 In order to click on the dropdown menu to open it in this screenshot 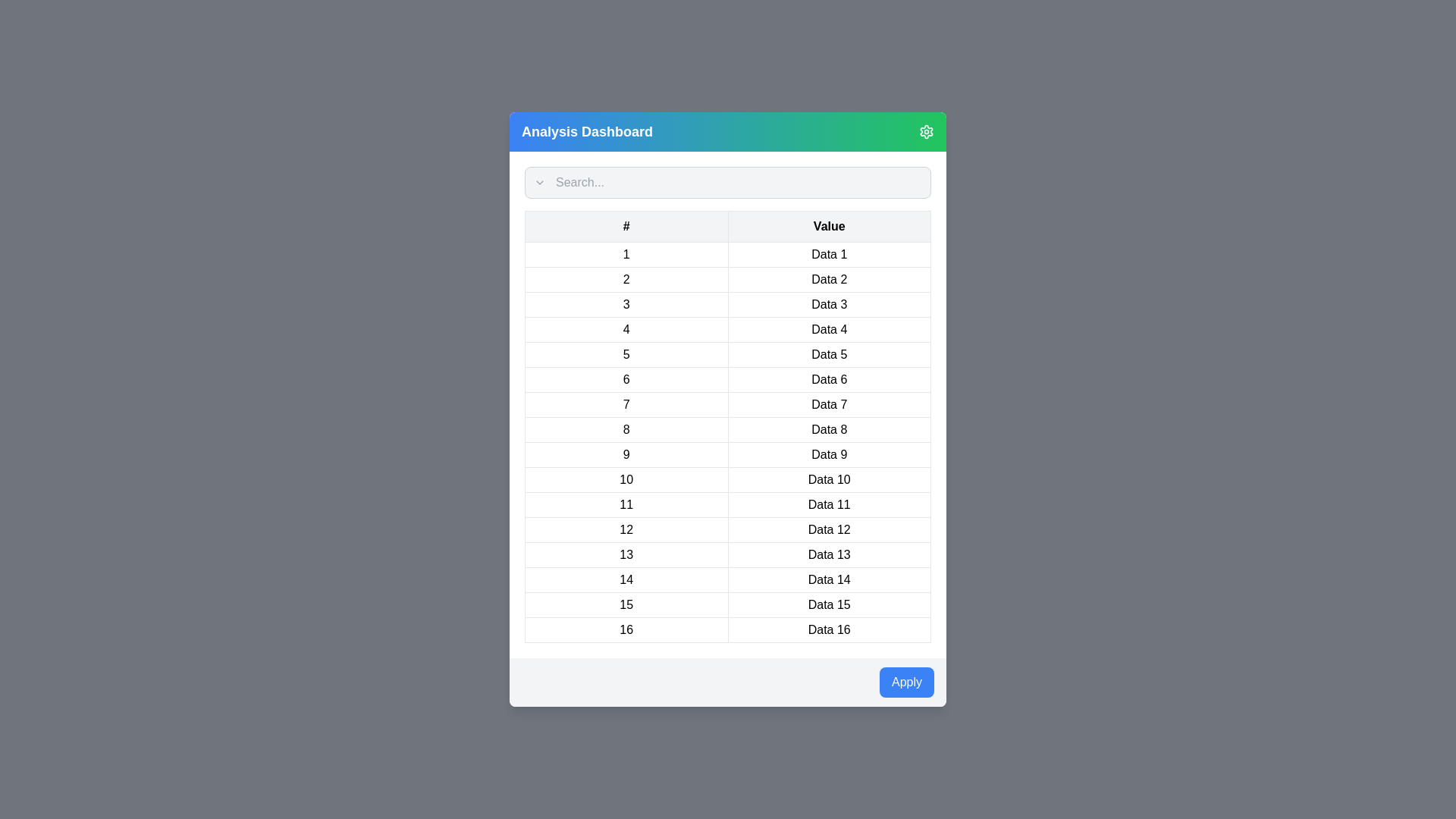, I will do `click(539, 181)`.